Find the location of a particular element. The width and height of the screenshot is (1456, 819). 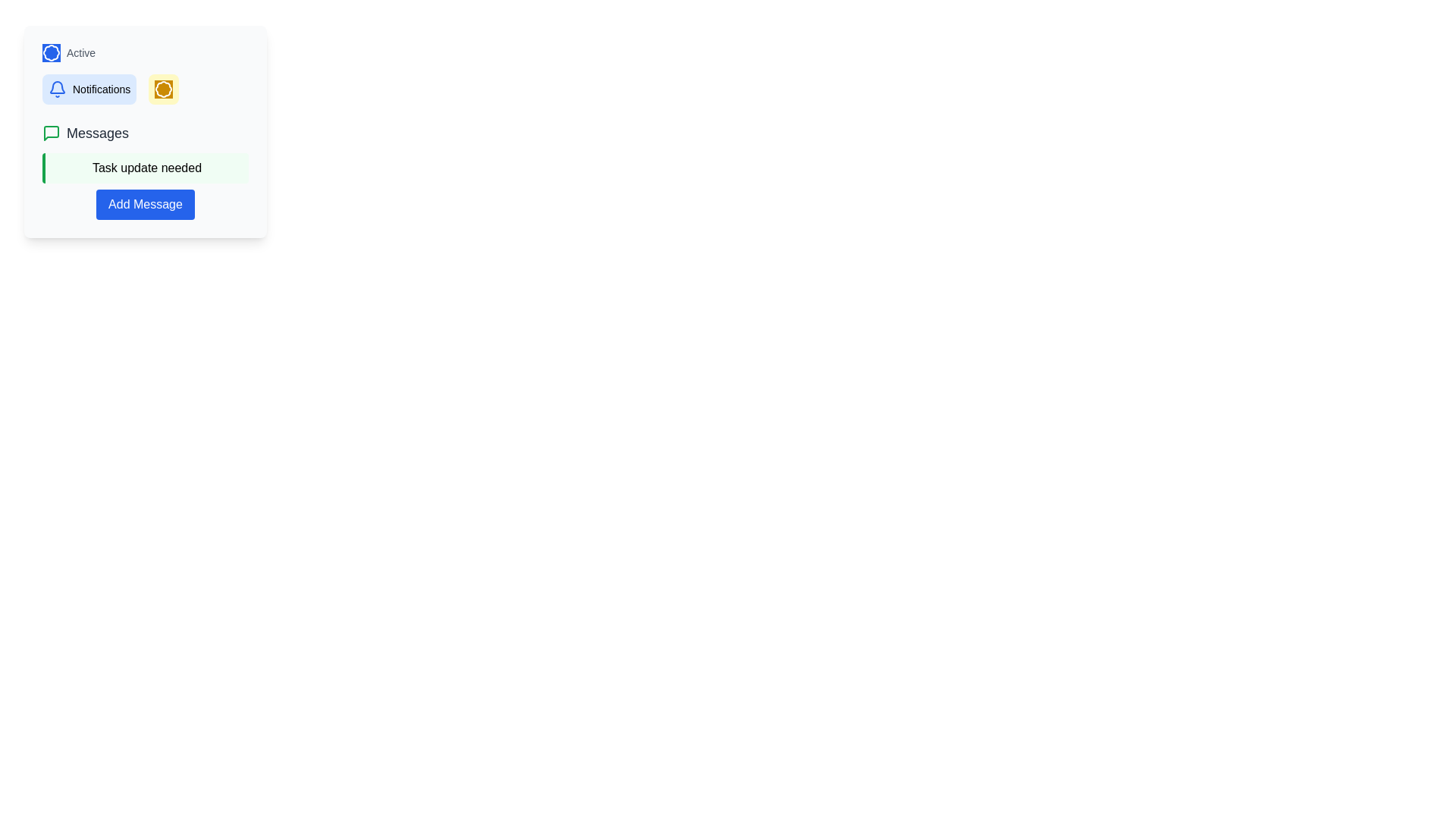

the graphical badge indicating the 'Active' status located at the top left portion of the 'Active' section is located at coordinates (51, 52).